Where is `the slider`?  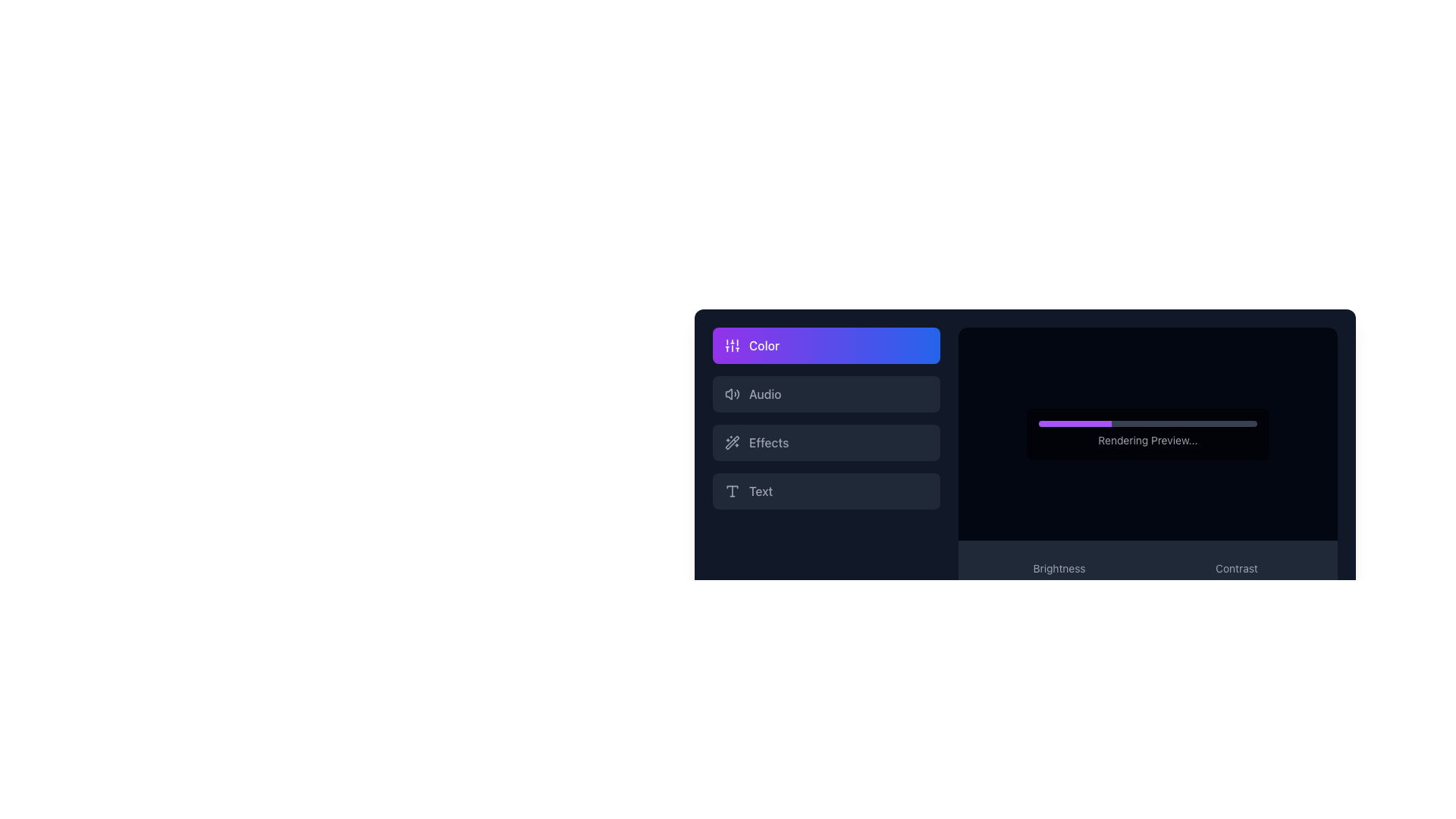
the slider is located at coordinates (1135, 588).